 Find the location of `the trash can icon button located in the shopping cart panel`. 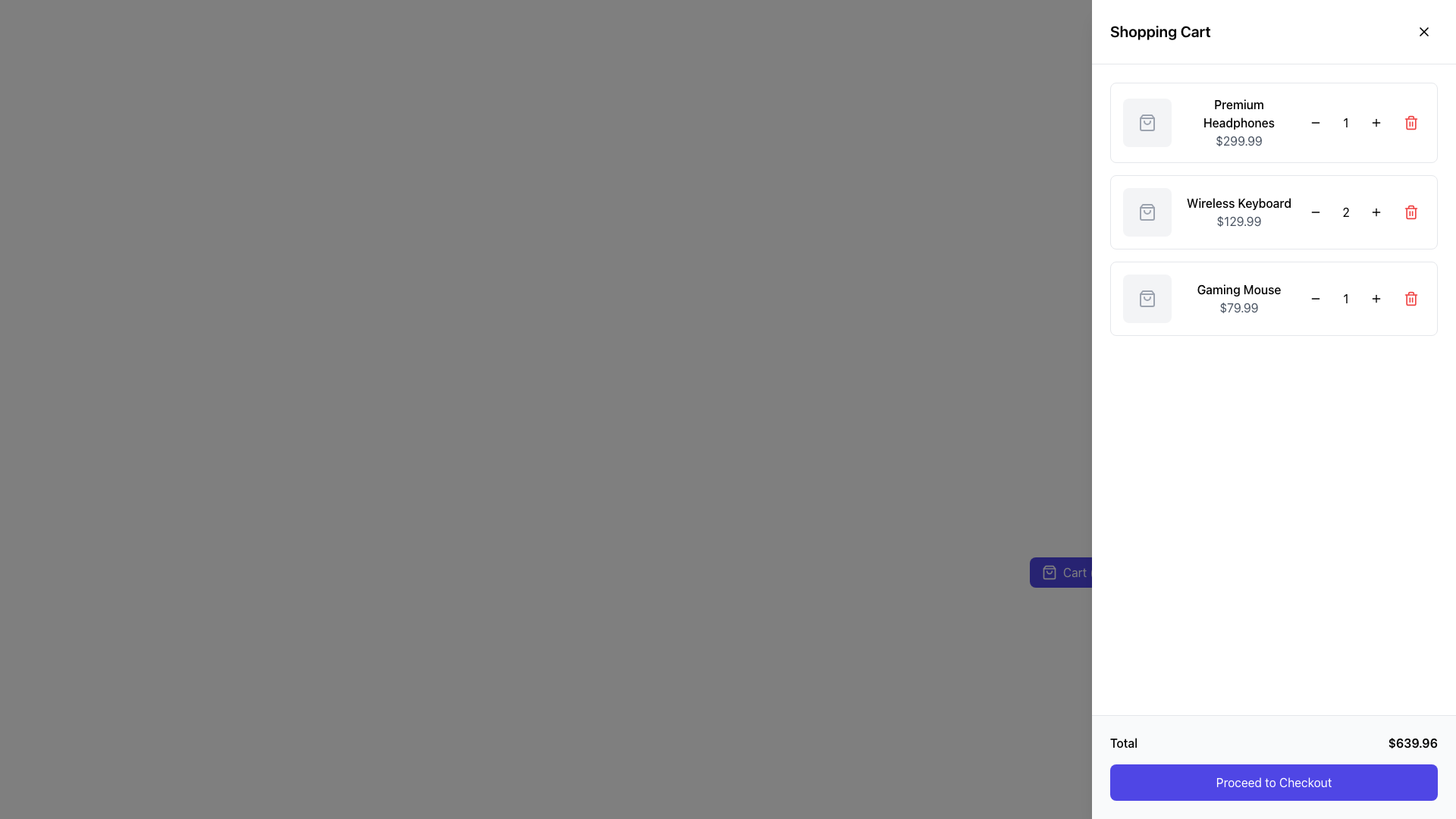

the trash can icon button located in the shopping cart panel is located at coordinates (1410, 122).